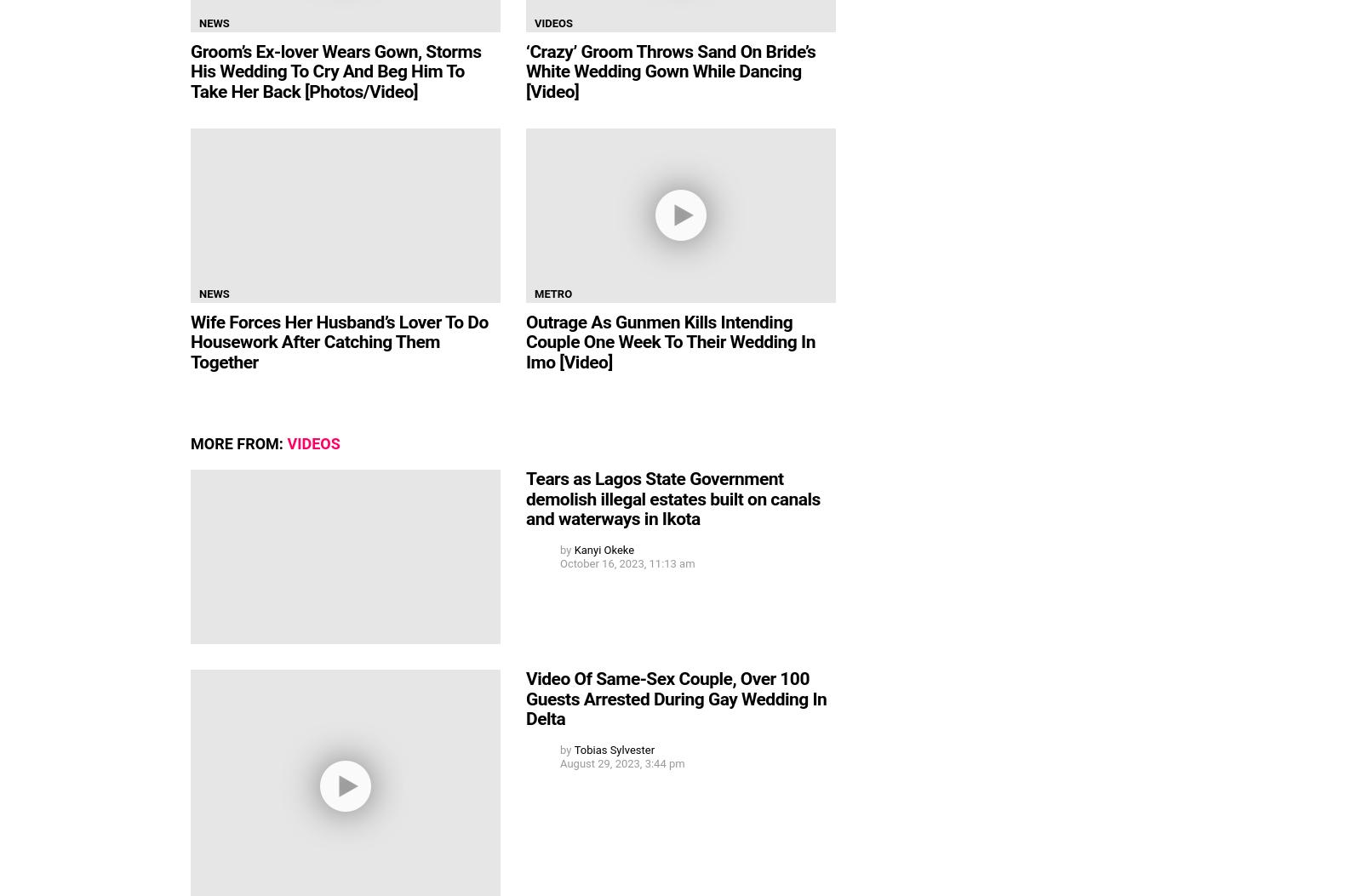 This screenshot has width=1362, height=896. I want to click on 'Wife Forces Her Husband’s Lover To Do Housework After Catching Them Together', so click(339, 341).